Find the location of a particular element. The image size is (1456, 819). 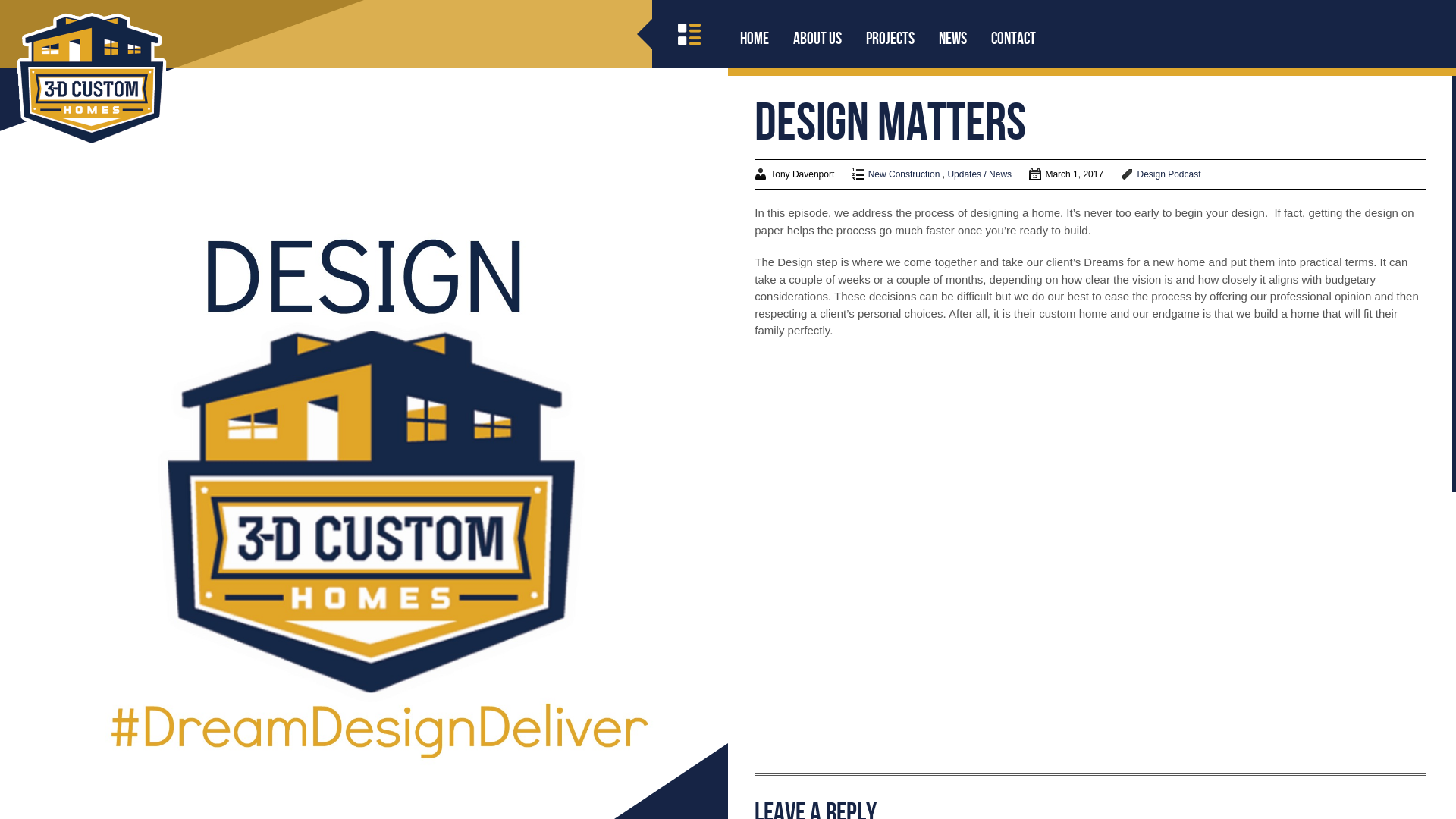

'Contact' is located at coordinates (1013, 37).